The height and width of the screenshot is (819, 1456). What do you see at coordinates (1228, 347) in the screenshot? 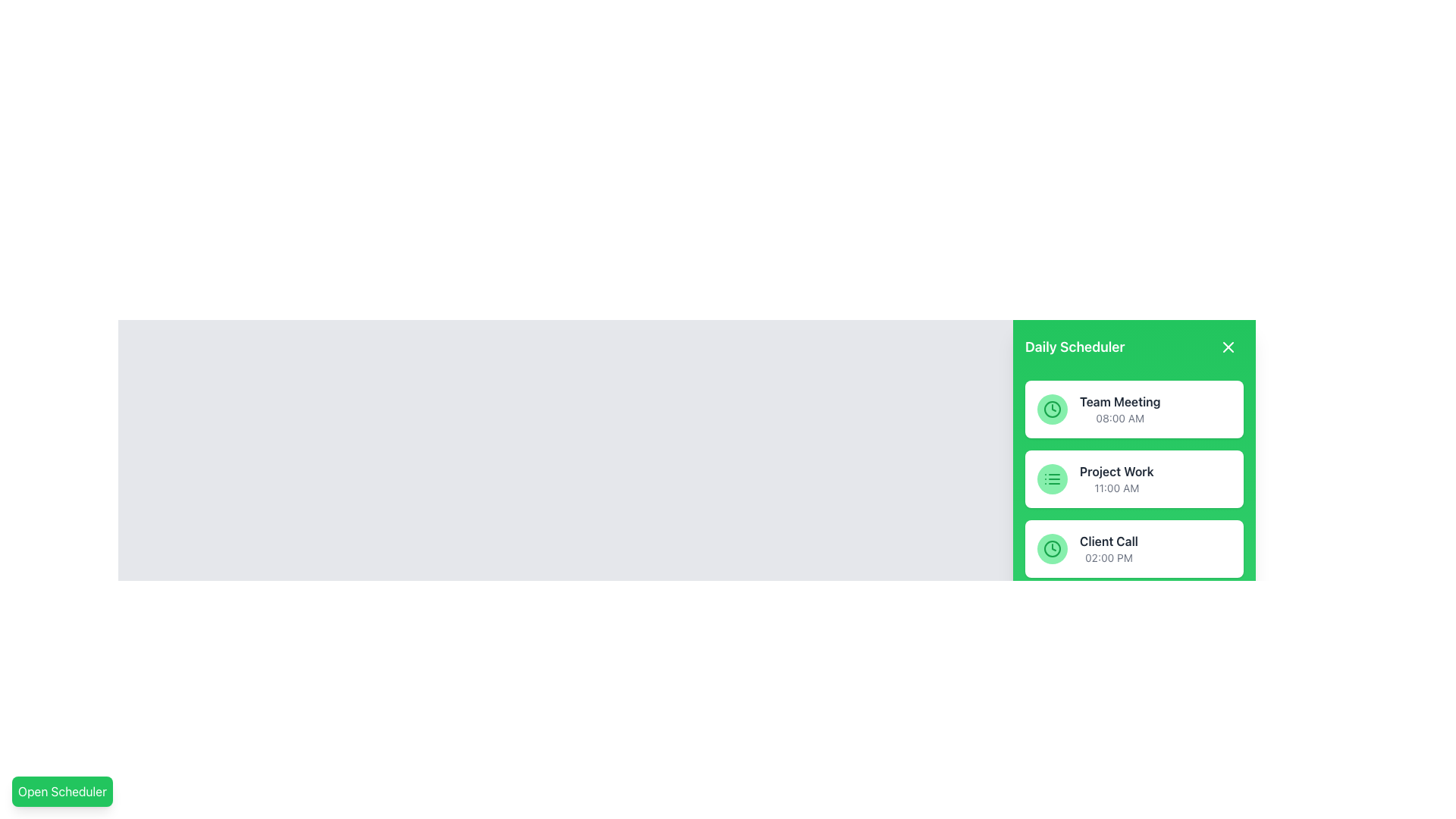
I see `the X/Close Button located at the top-right corner of the 'Daily Scheduler' panel` at bounding box center [1228, 347].